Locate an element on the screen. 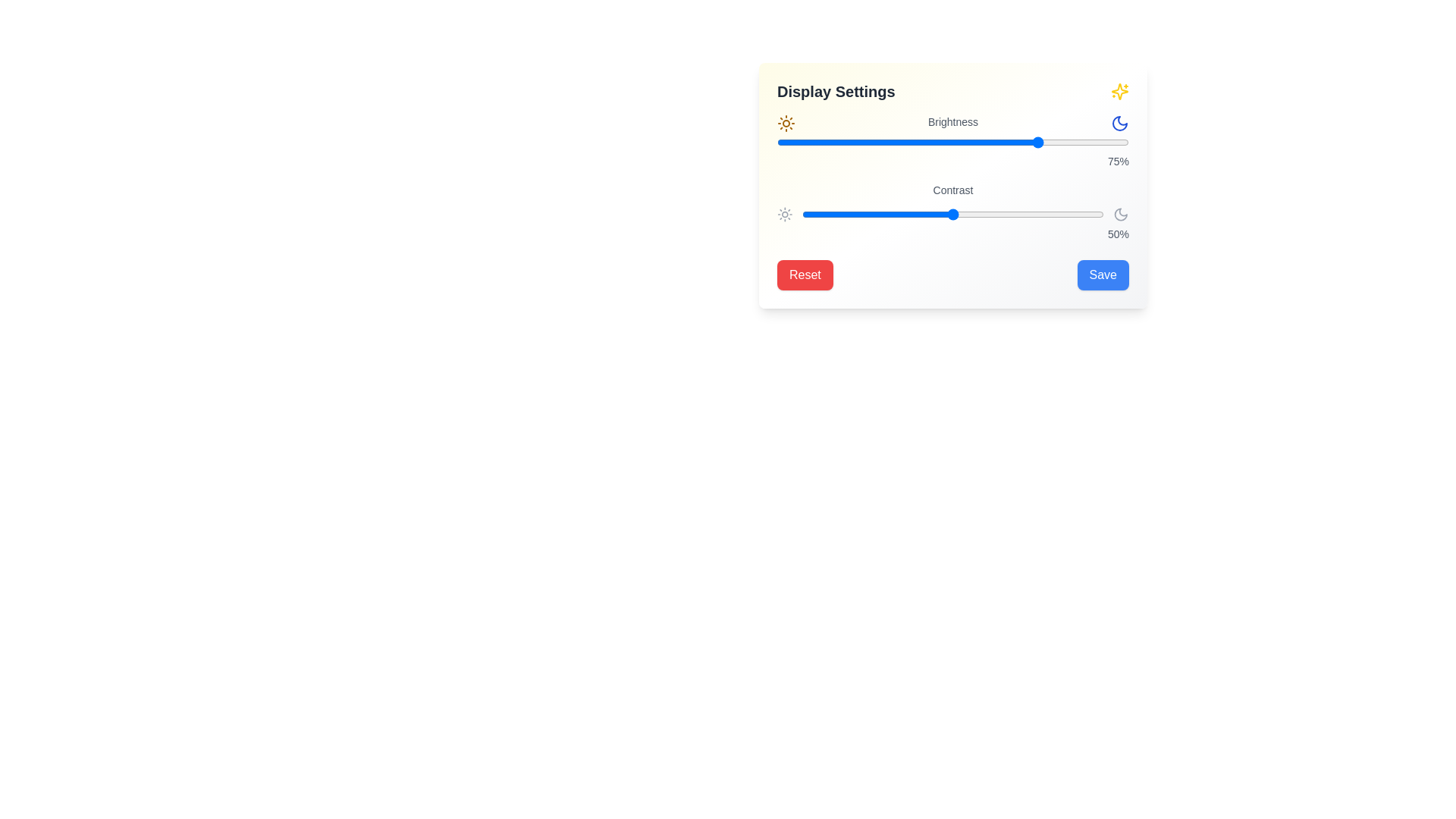 The height and width of the screenshot is (819, 1456). brightness is located at coordinates (984, 143).